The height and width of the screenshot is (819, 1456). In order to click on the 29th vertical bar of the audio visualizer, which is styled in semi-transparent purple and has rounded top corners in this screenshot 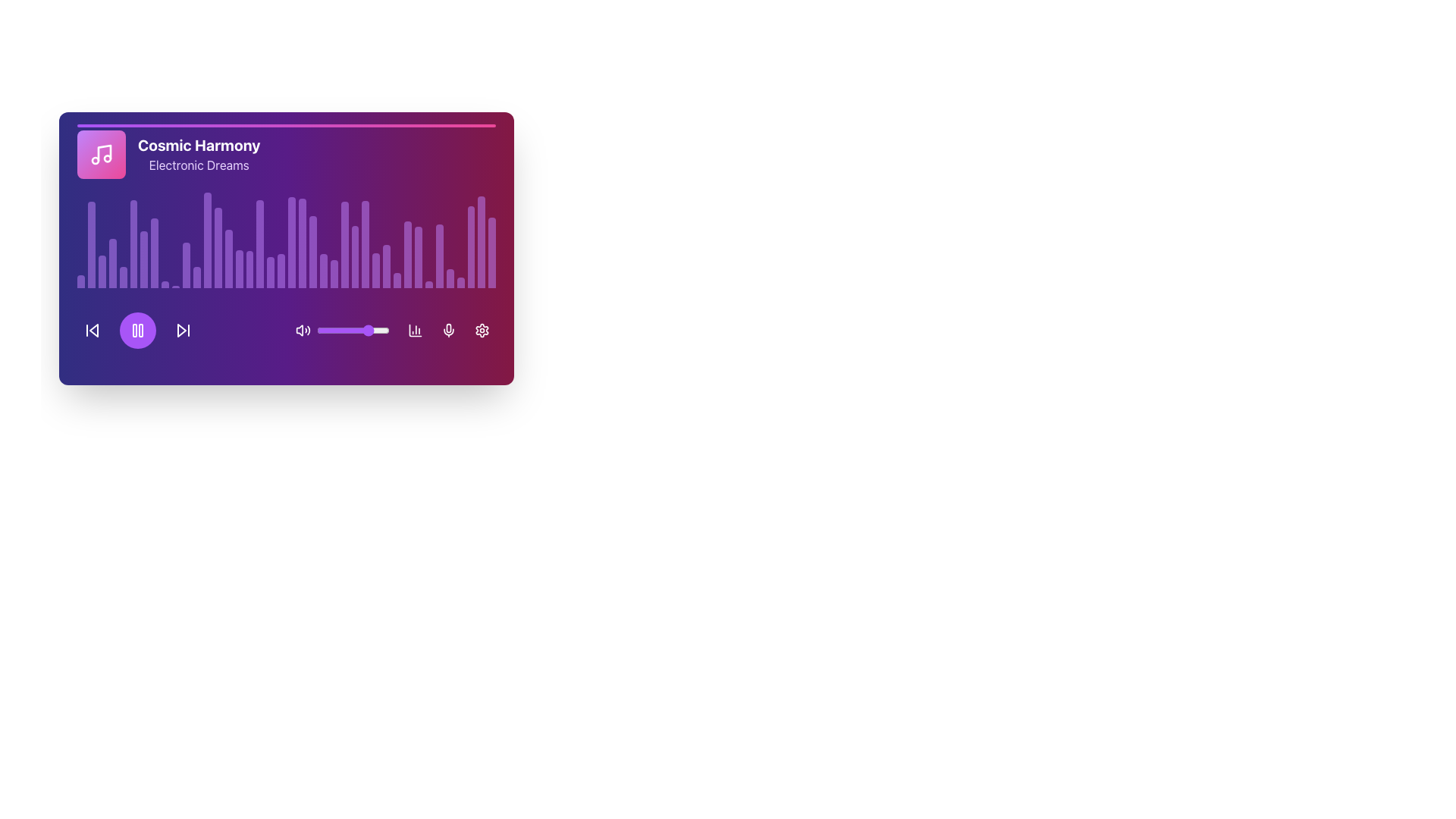, I will do `click(407, 253)`.